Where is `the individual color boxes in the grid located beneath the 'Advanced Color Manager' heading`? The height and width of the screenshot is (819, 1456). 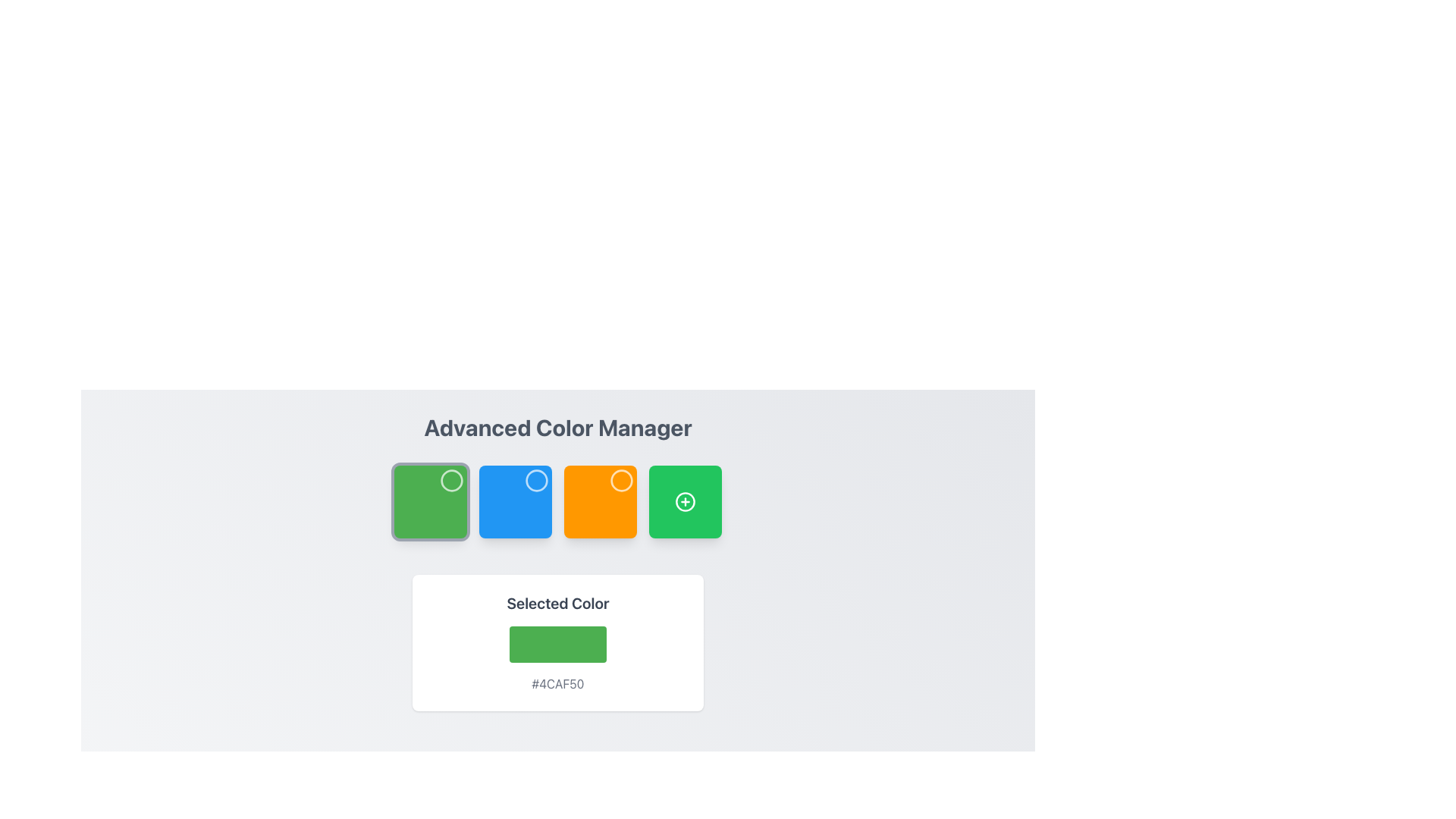
the individual color boxes in the grid located beneath the 'Advanced Color Manager' heading is located at coordinates (557, 502).